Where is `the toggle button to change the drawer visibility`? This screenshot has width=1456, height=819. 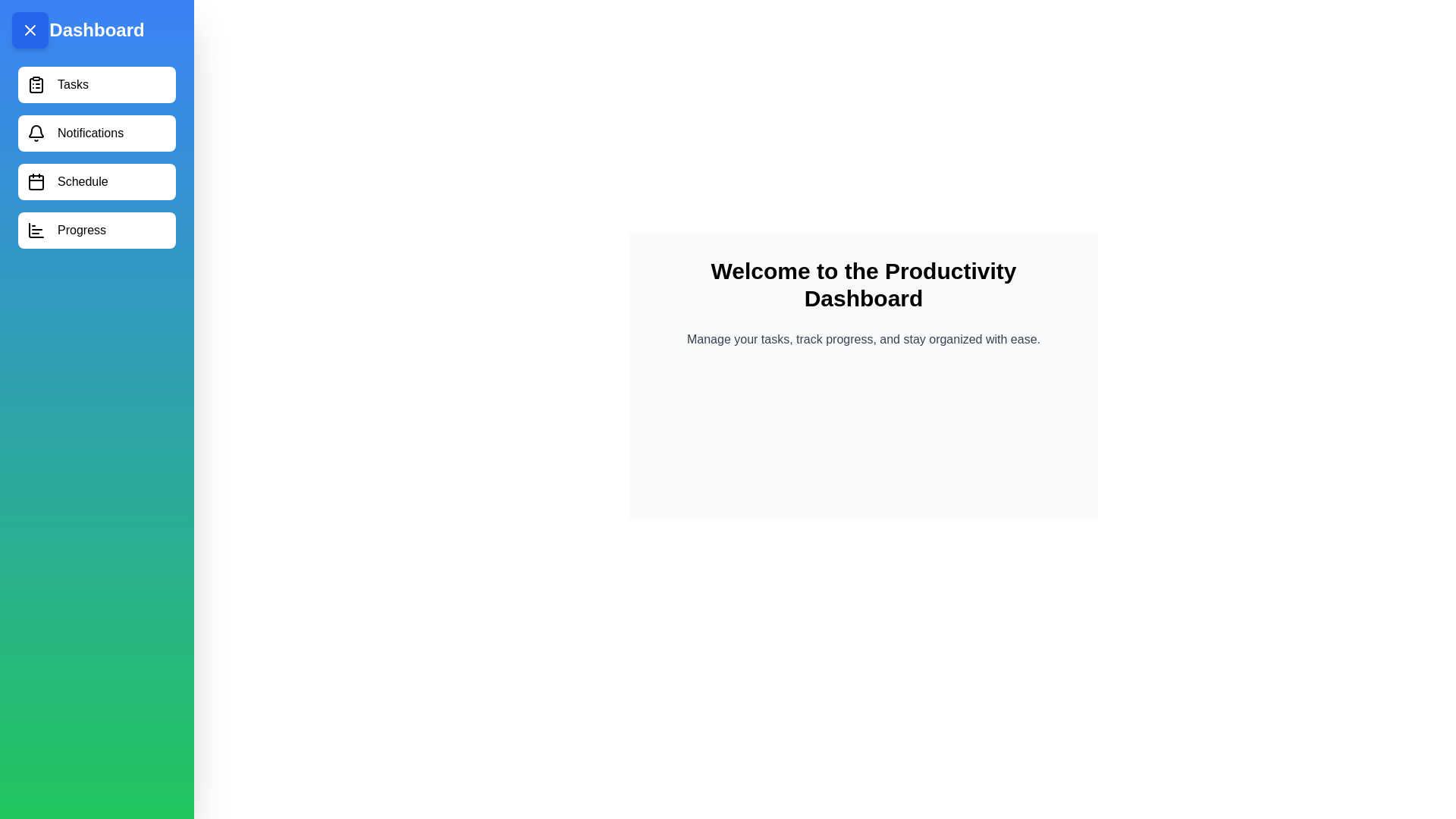
the toggle button to change the drawer visibility is located at coordinates (30, 30).